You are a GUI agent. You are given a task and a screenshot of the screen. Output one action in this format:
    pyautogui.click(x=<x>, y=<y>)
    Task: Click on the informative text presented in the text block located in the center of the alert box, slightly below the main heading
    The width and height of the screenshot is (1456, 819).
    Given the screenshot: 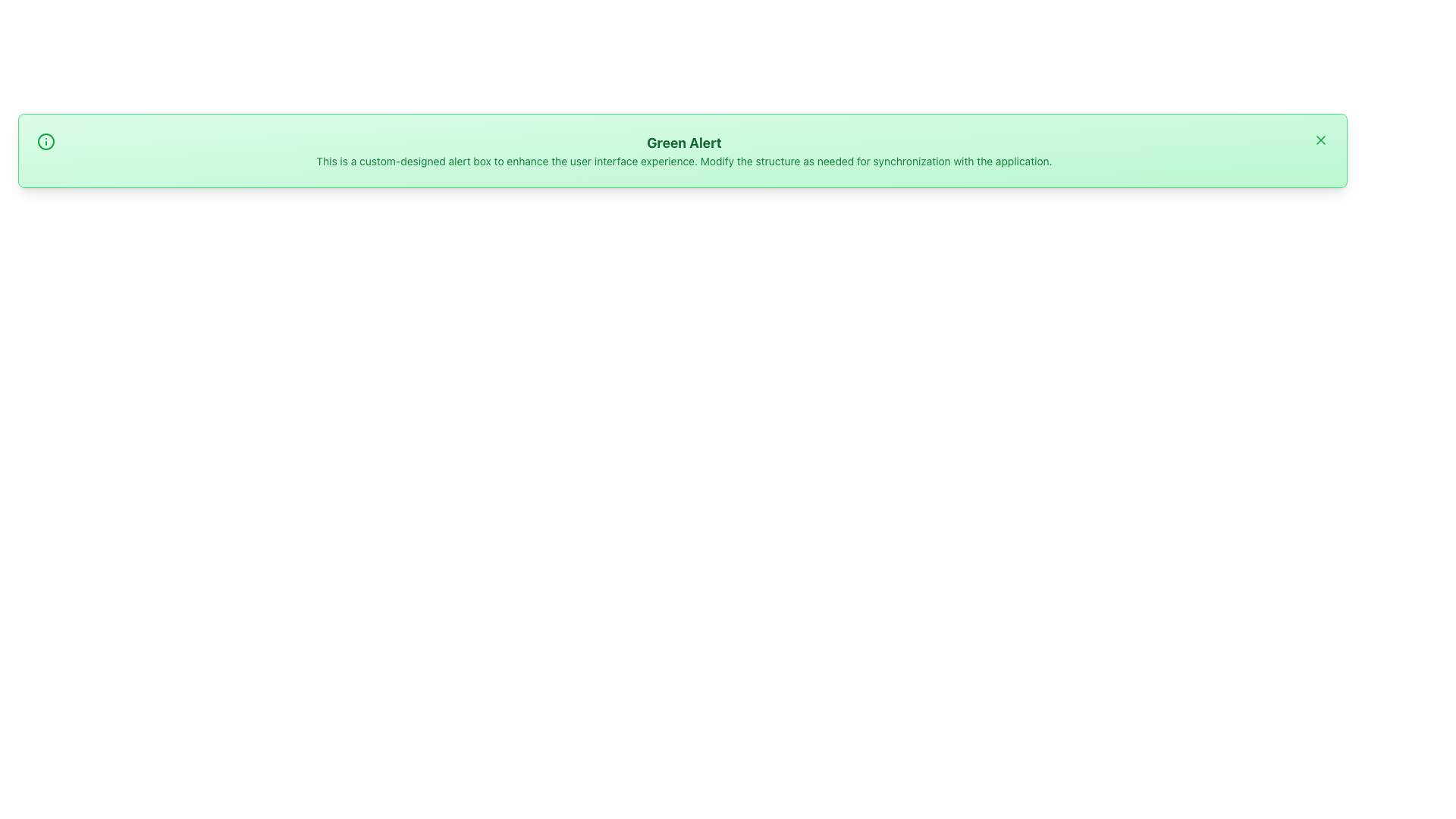 What is the action you would take?
    pyautogui.click(x=683, y=151)
    